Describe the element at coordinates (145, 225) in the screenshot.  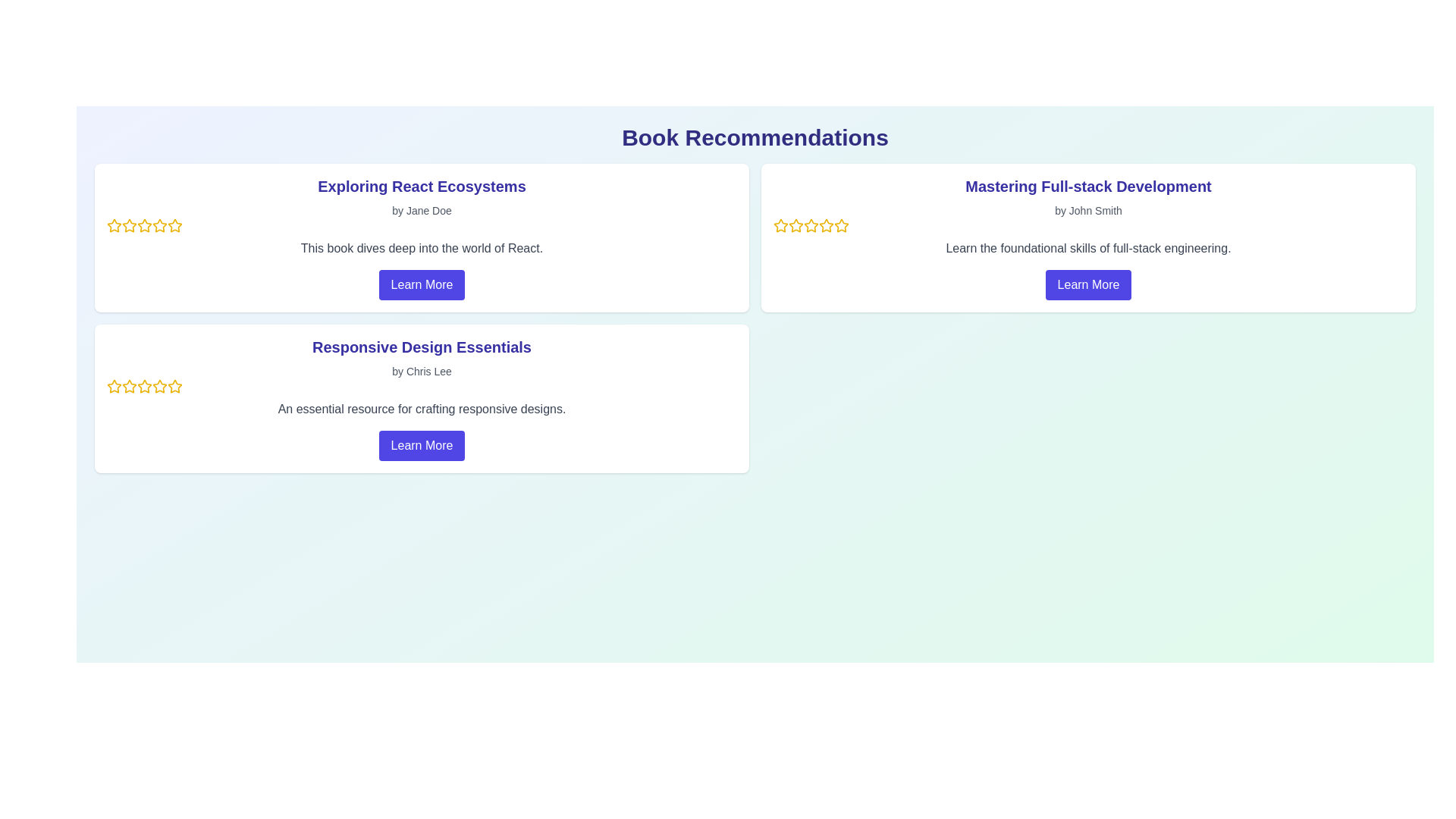
I see `the second star in the rating system under the 'Exploring React Ecosystems' section` at that location.